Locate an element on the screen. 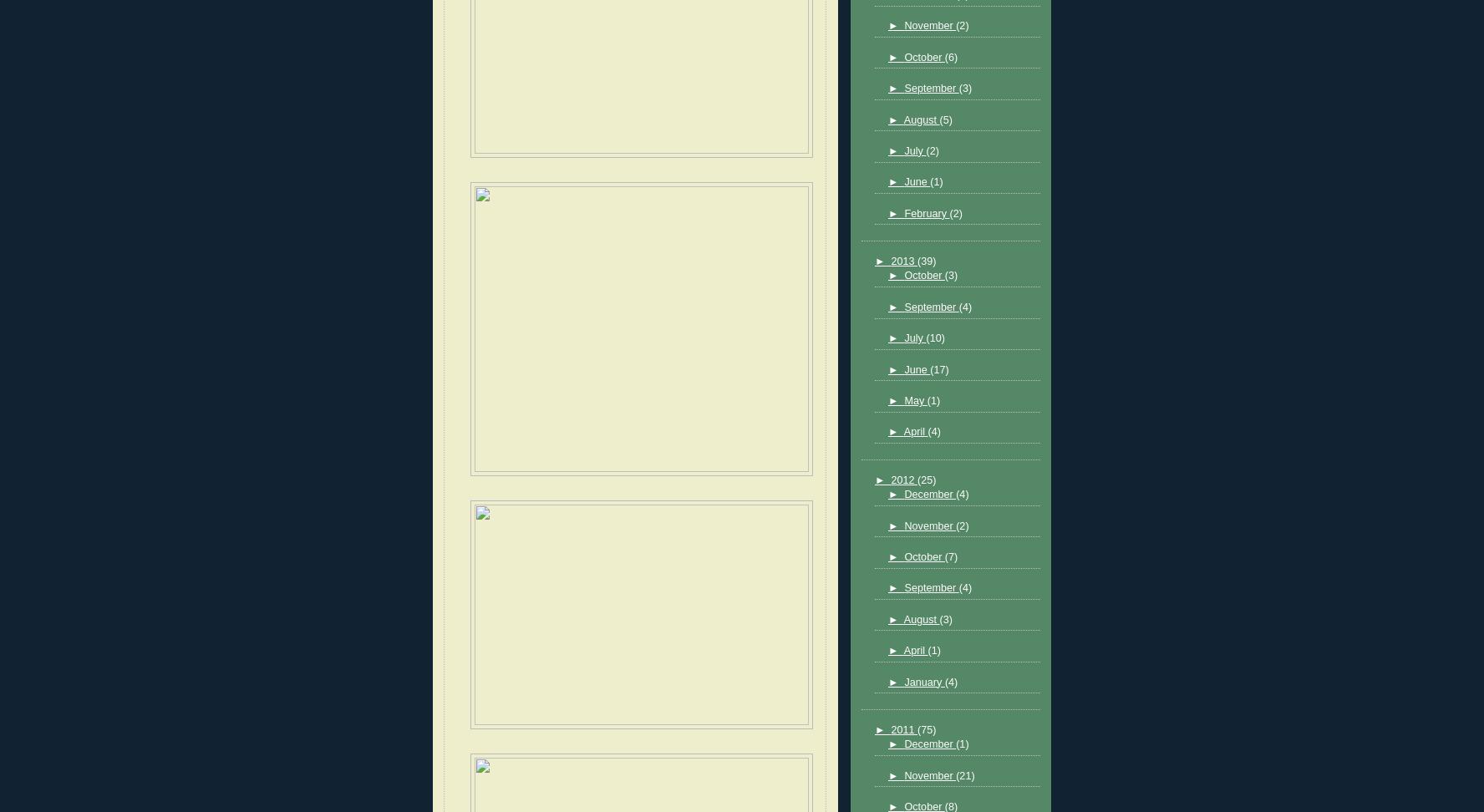 This screenshot has width=1484, height=812. '(75)' is located at coordinates (925, 728).